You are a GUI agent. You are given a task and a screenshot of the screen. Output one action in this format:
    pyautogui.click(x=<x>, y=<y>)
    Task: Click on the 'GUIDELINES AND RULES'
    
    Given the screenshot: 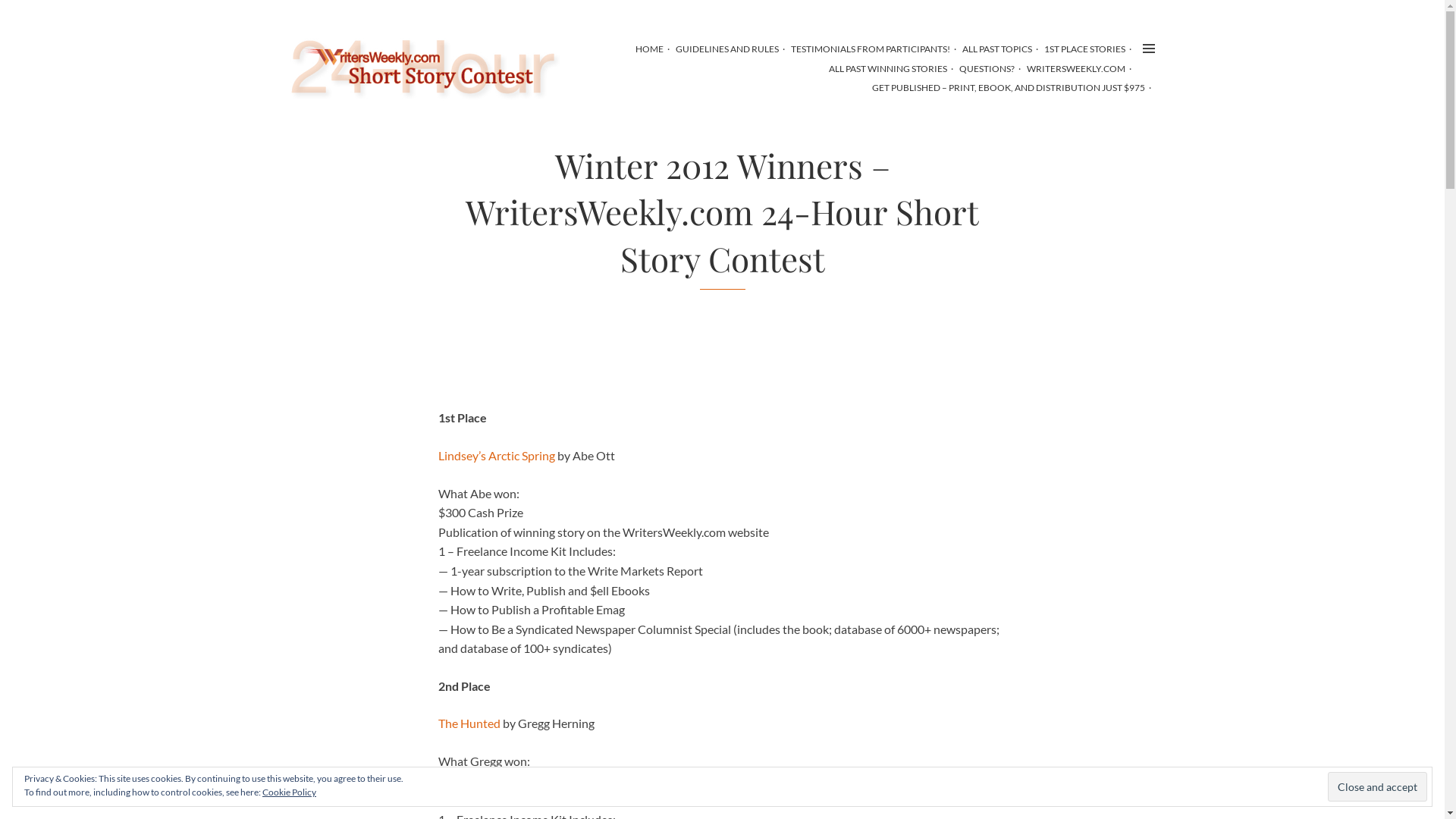 What is the action you would take?
    pyautogui.click(x=726, y=48)
    